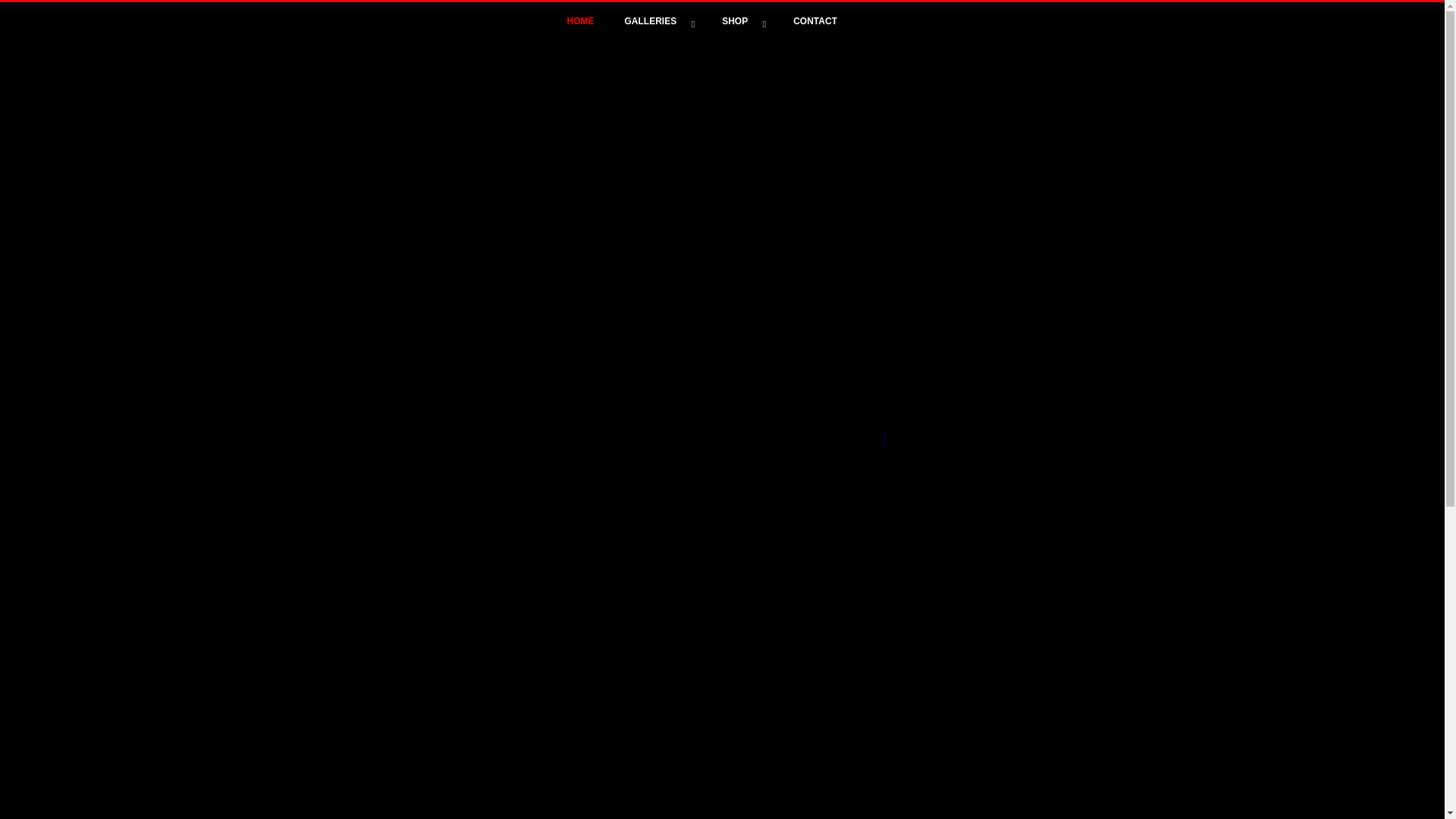 The height and width of the screenshot is (819, 1456). I want to click on 'HOME', so click(580, 20).